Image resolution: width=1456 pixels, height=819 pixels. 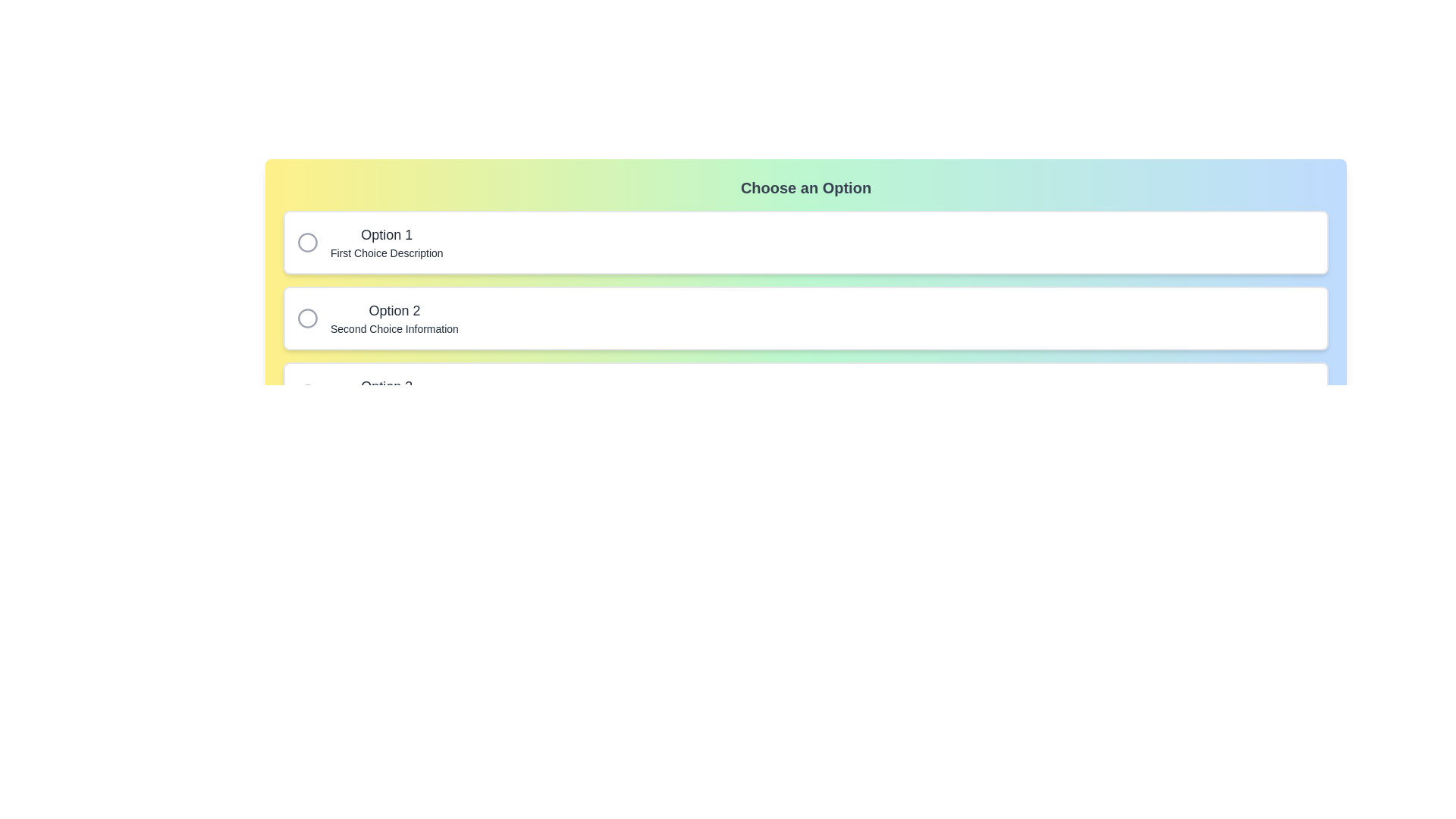 What do you see at coordinates (307, 318) in the screenshot?
I see `the radio button indicator for 'Option 2'` at bounding box center [307, 318].